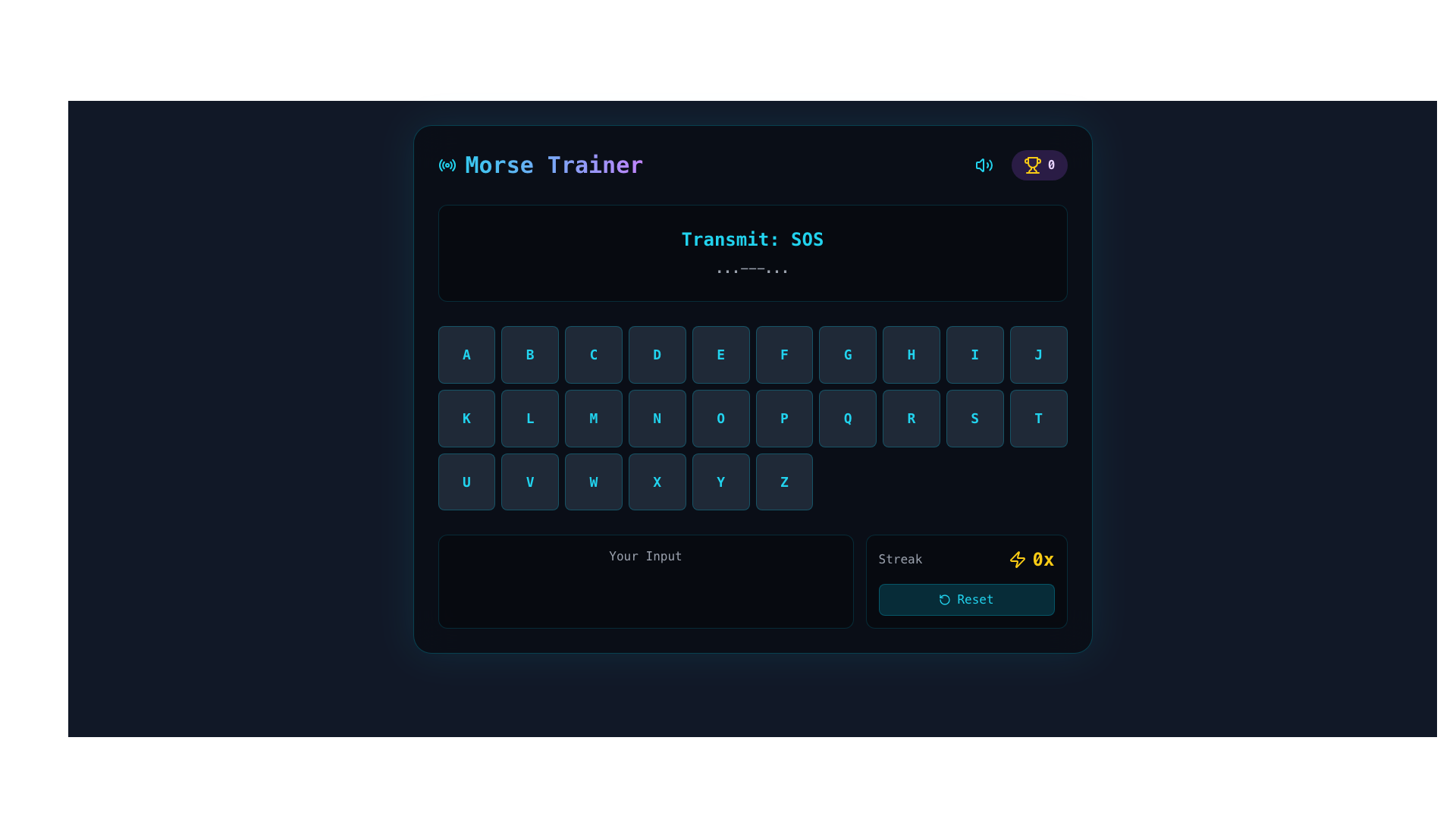 This screenshot has height=819, width=1456. What do you see at coordinates (530, 482) in the screenshot?
I see `the button representing the letter 'V' located in the third row and second column of the alphabet keyboard interface` at bounding box center [530, 482].